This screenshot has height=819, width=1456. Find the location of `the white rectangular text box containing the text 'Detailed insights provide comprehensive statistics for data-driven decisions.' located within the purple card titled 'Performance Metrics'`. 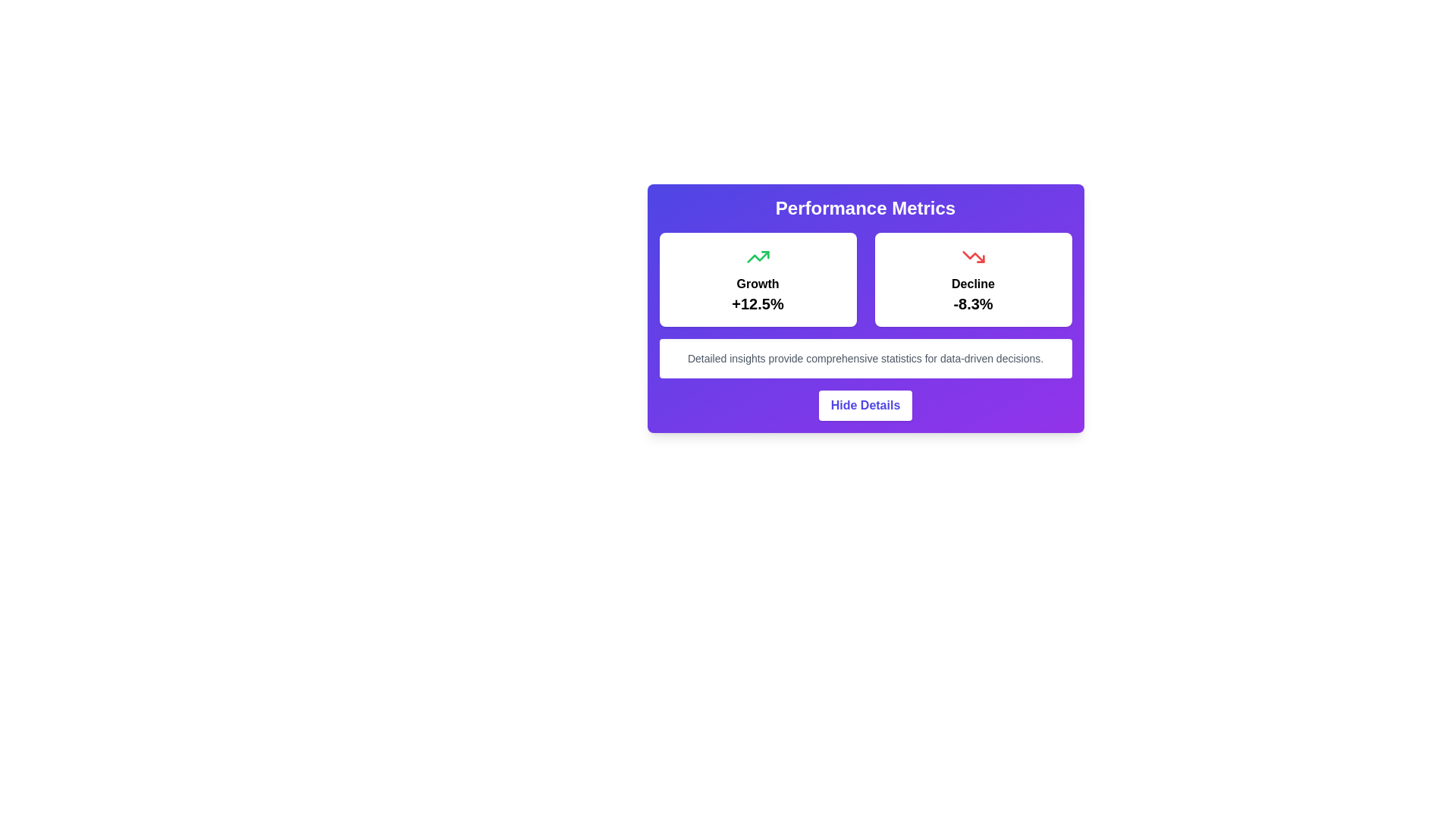

the white rectangular text box containing the text 'Detailed insights provide comprehensive statistics for data-driven decisions.' located within the purple card titled 'Performance Metrics' is located at coordinates (865, 359).